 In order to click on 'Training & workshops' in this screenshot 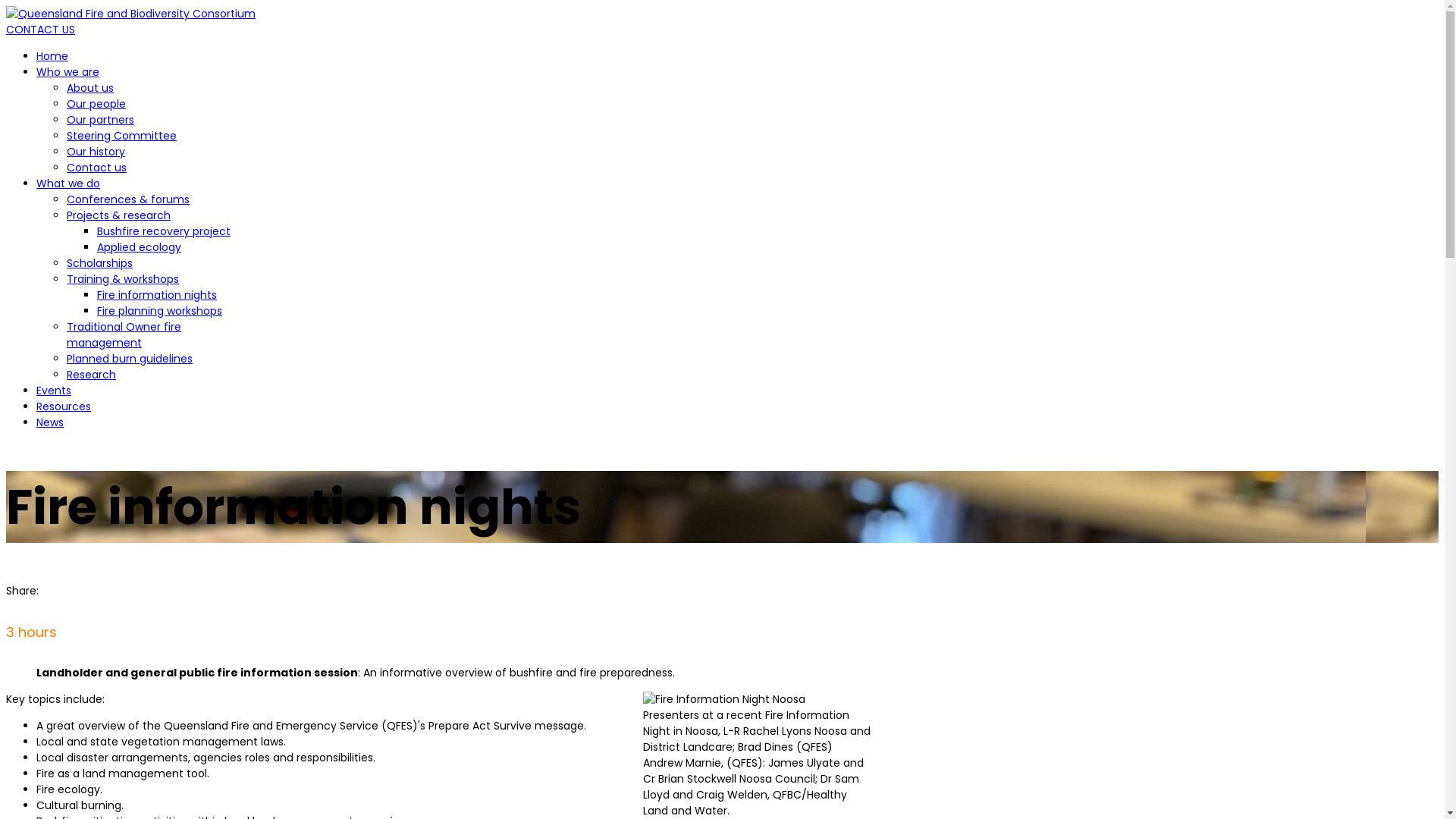, I will do `click(123, 278)`.